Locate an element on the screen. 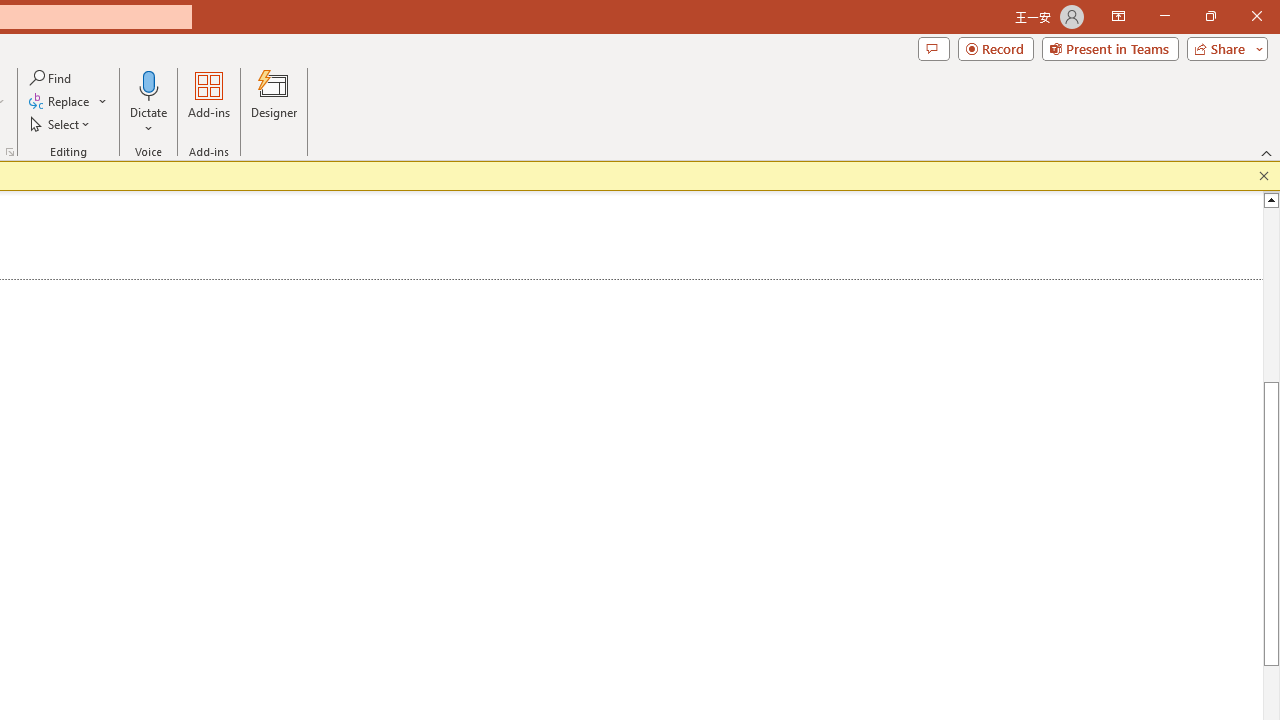 This screenshot has width=1280, height=720. 'Close this message' is located at coordinates (1263, 175).